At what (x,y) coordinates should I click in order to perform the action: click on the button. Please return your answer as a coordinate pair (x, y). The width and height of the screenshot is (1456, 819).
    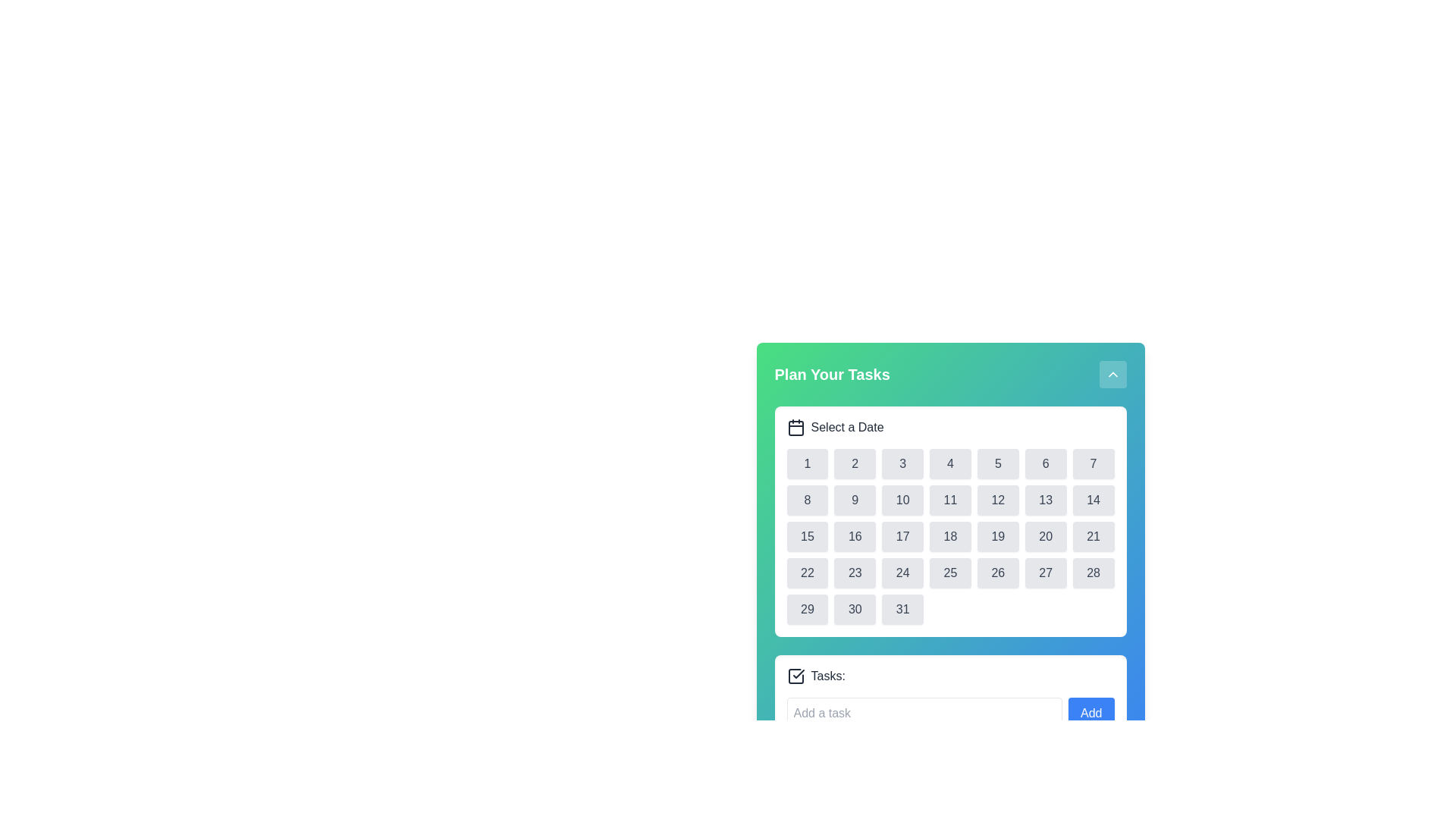
    Looking at the image, I should click on (1044, 573).